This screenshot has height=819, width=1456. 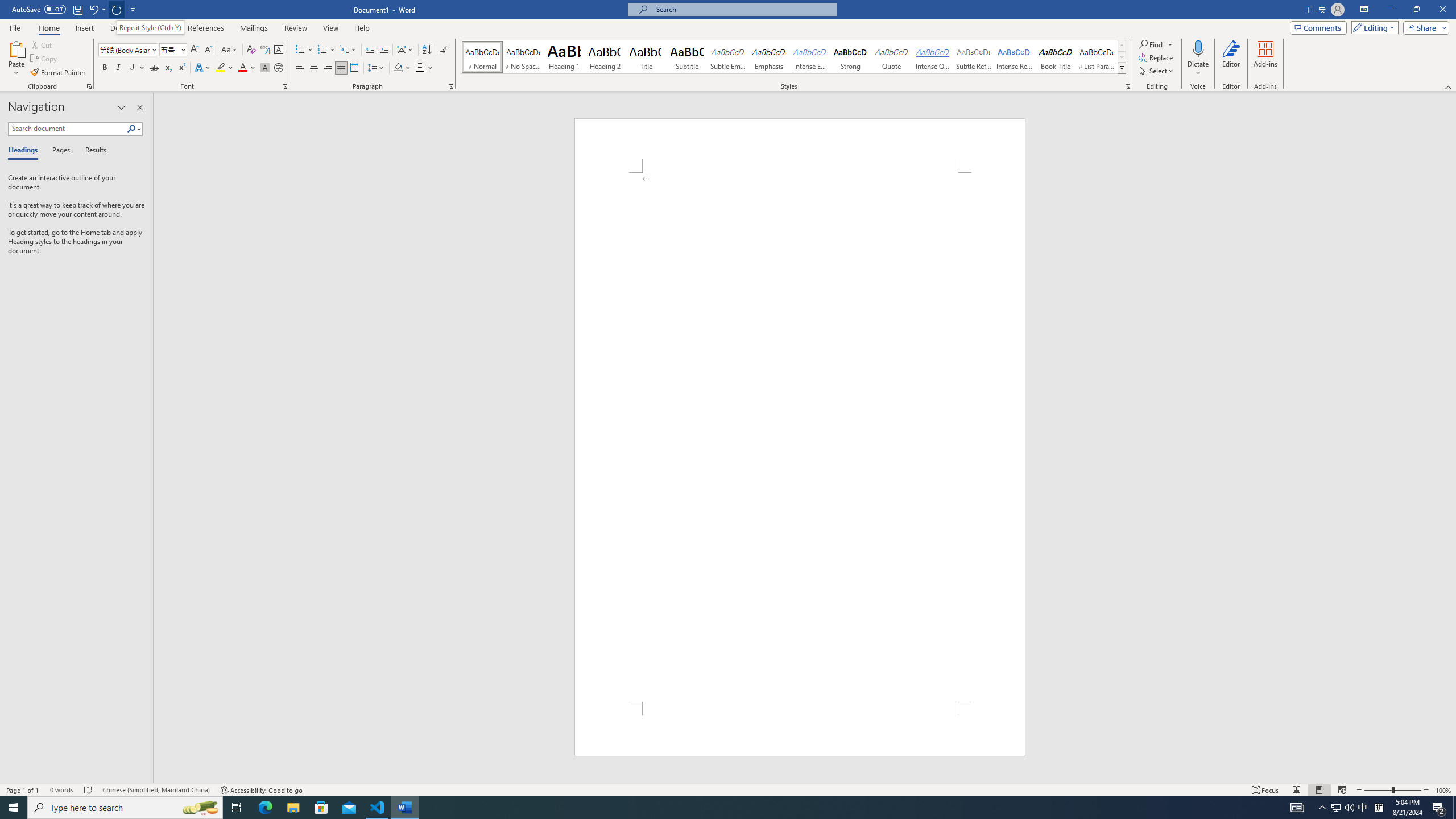 What do you see at coordinates (134, 128) in the screenshot?
I see `'Search'` at bounding box center [134, 128].